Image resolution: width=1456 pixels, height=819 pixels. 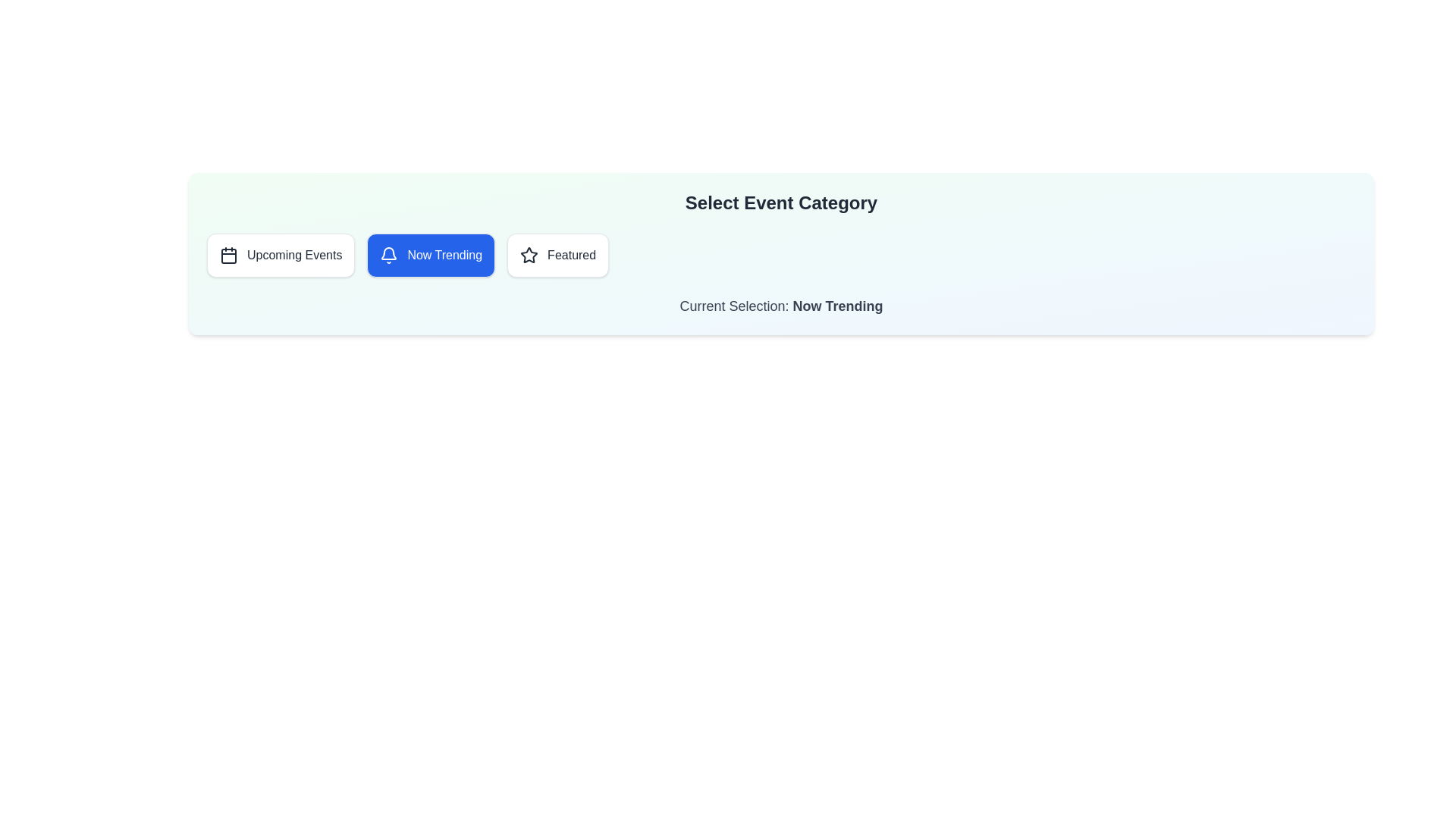 What do you see at coordinates (228, 254) in the screenshot?
I see `the calendar icon located in the 'Upcoming Events' button, which is the leftmost button in a horizontal row of three buttons` at bounding box center [228, 254].